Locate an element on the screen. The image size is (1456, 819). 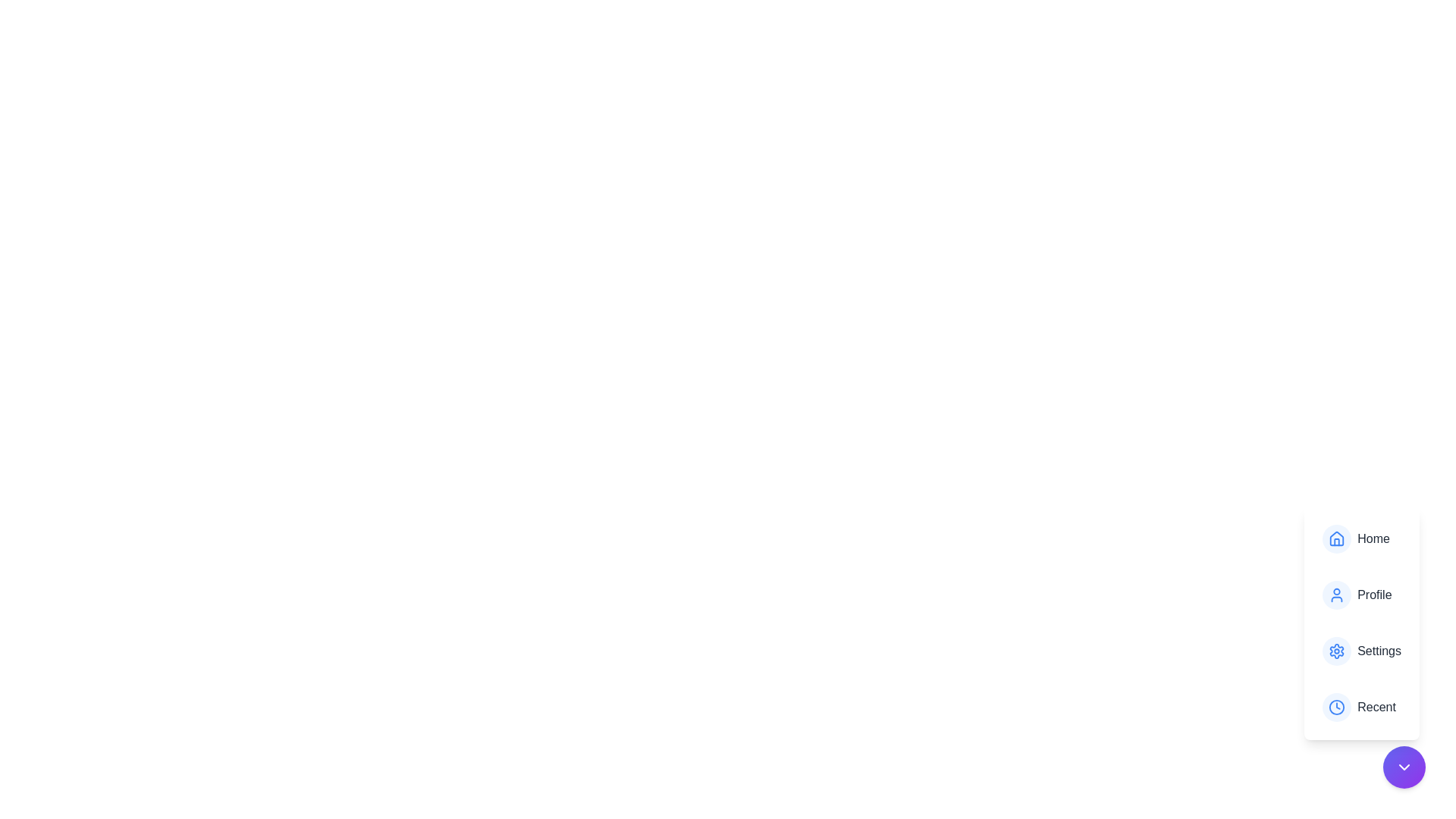
main button to toggle the visibility of the speed dial menu is located at coordinates (1404, 767).